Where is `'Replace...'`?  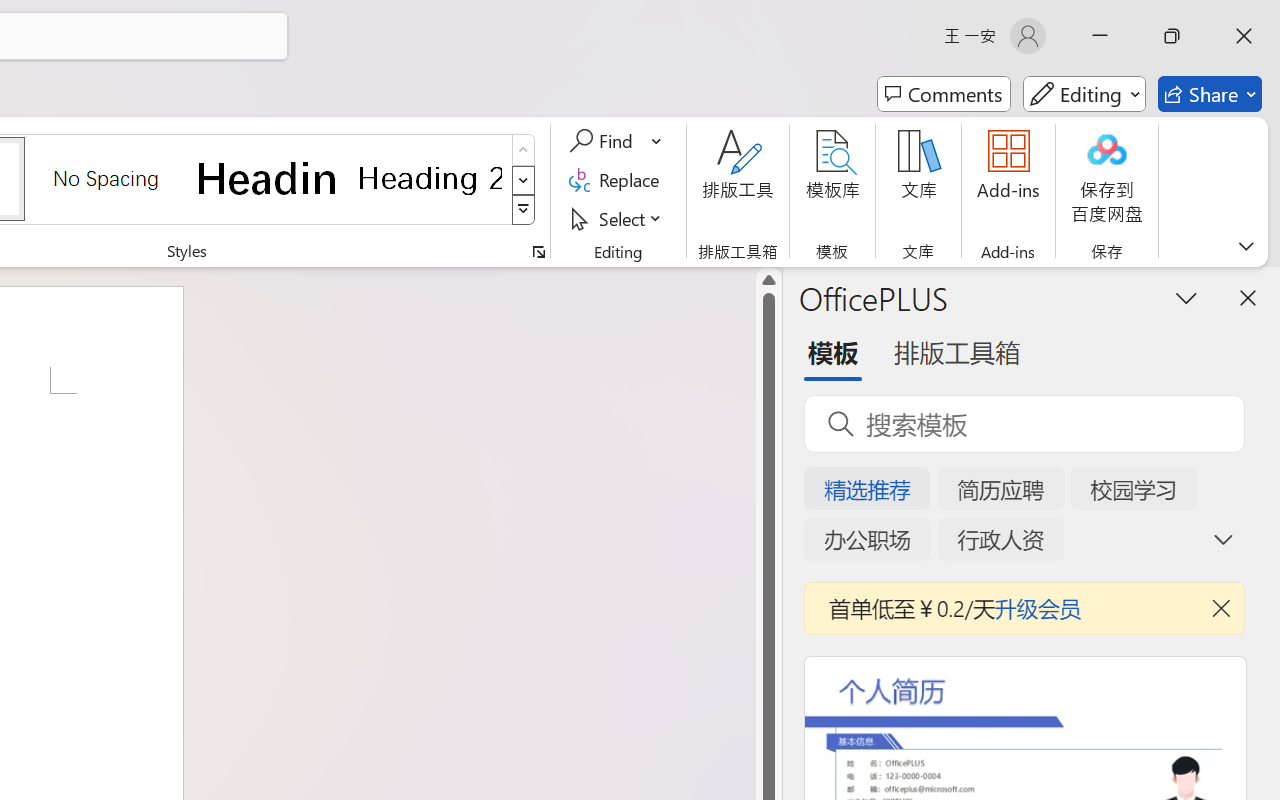
'Replace...' is located at coordinates (616, 179).